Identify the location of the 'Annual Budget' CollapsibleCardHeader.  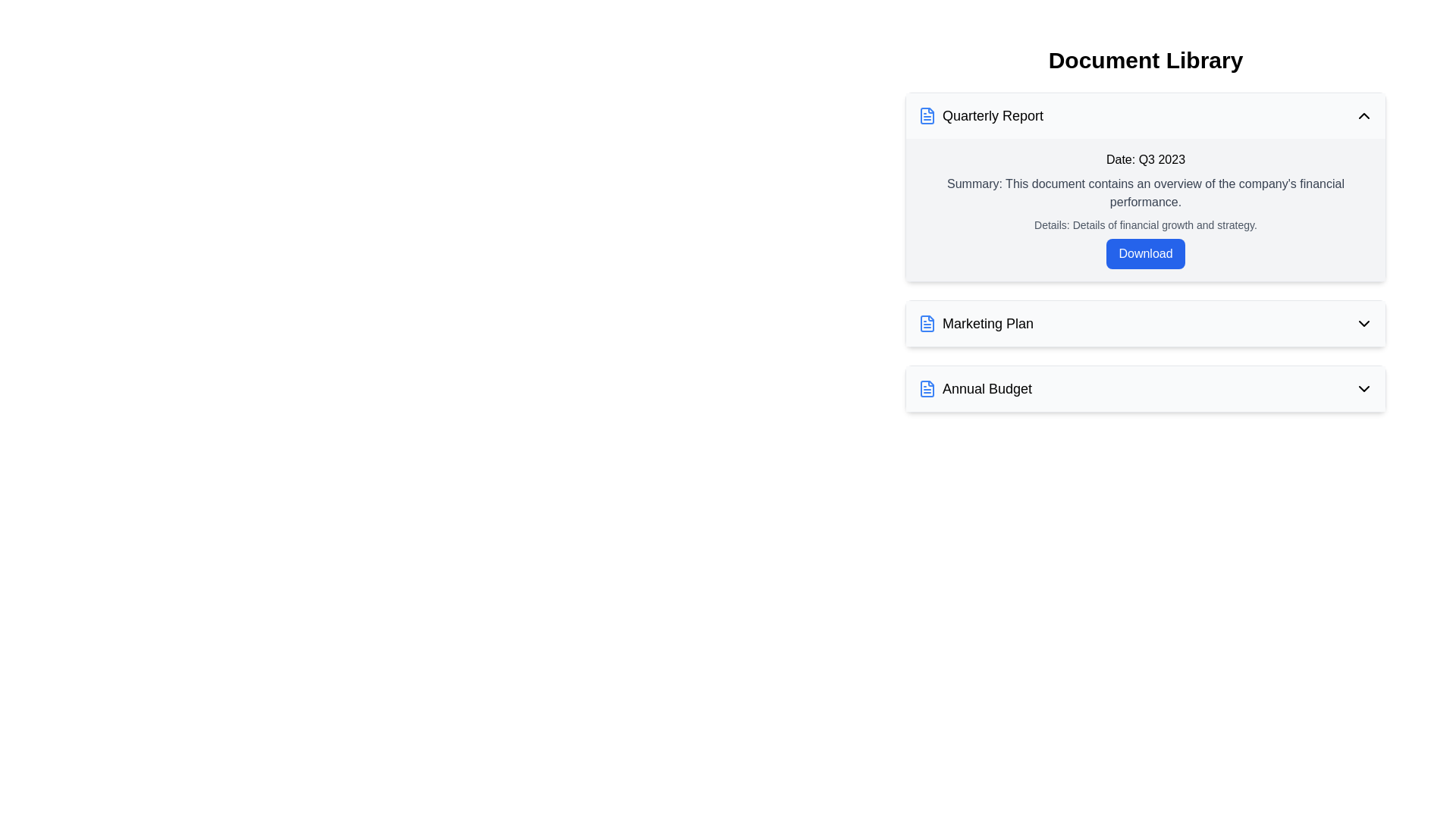
(1146, 388).